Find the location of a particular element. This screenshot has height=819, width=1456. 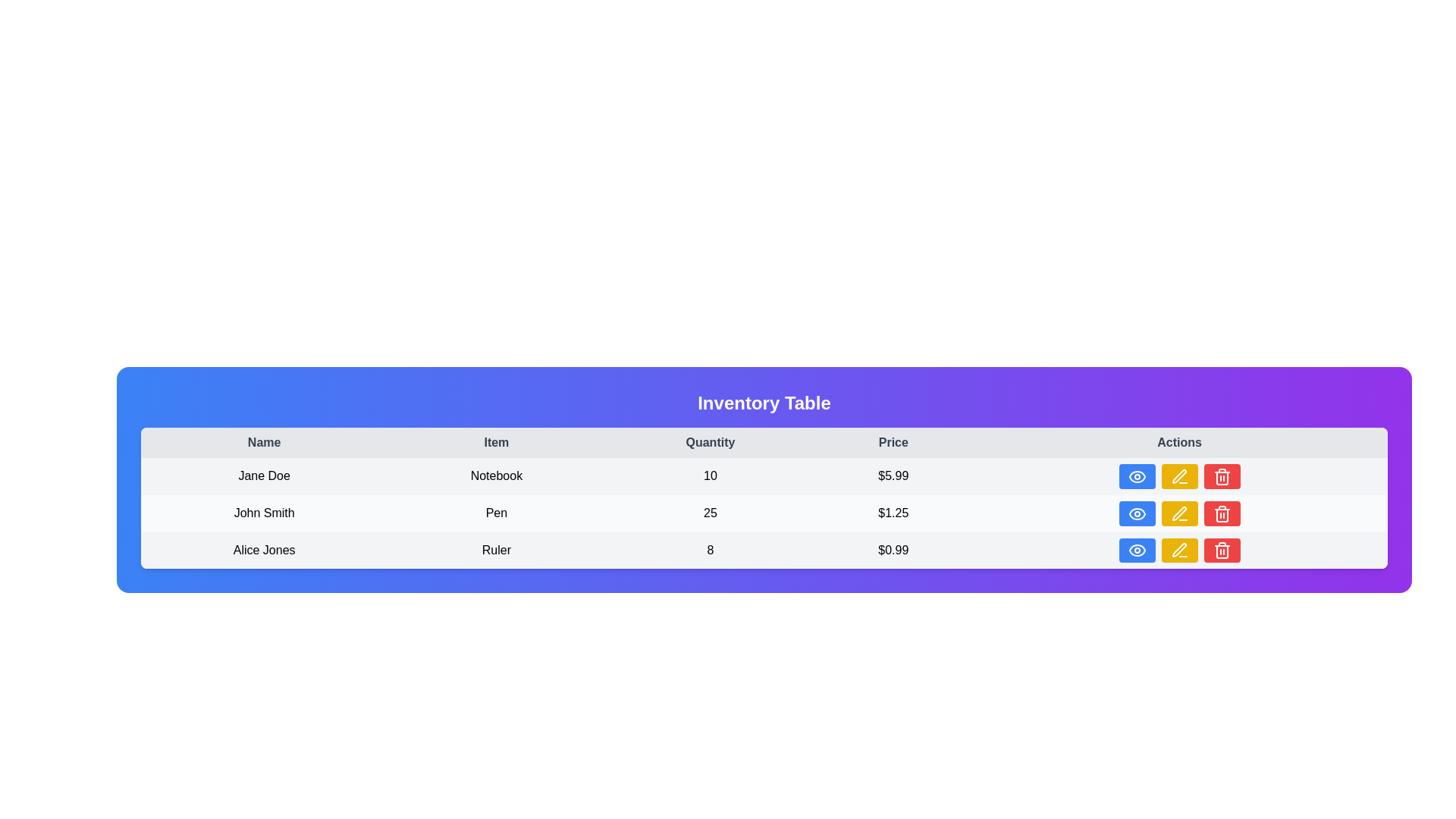

the 'Price' header label in the table, which is the fourth column from the left between 'Quantity' and 'Actions' is located at coordinates (893, 442).